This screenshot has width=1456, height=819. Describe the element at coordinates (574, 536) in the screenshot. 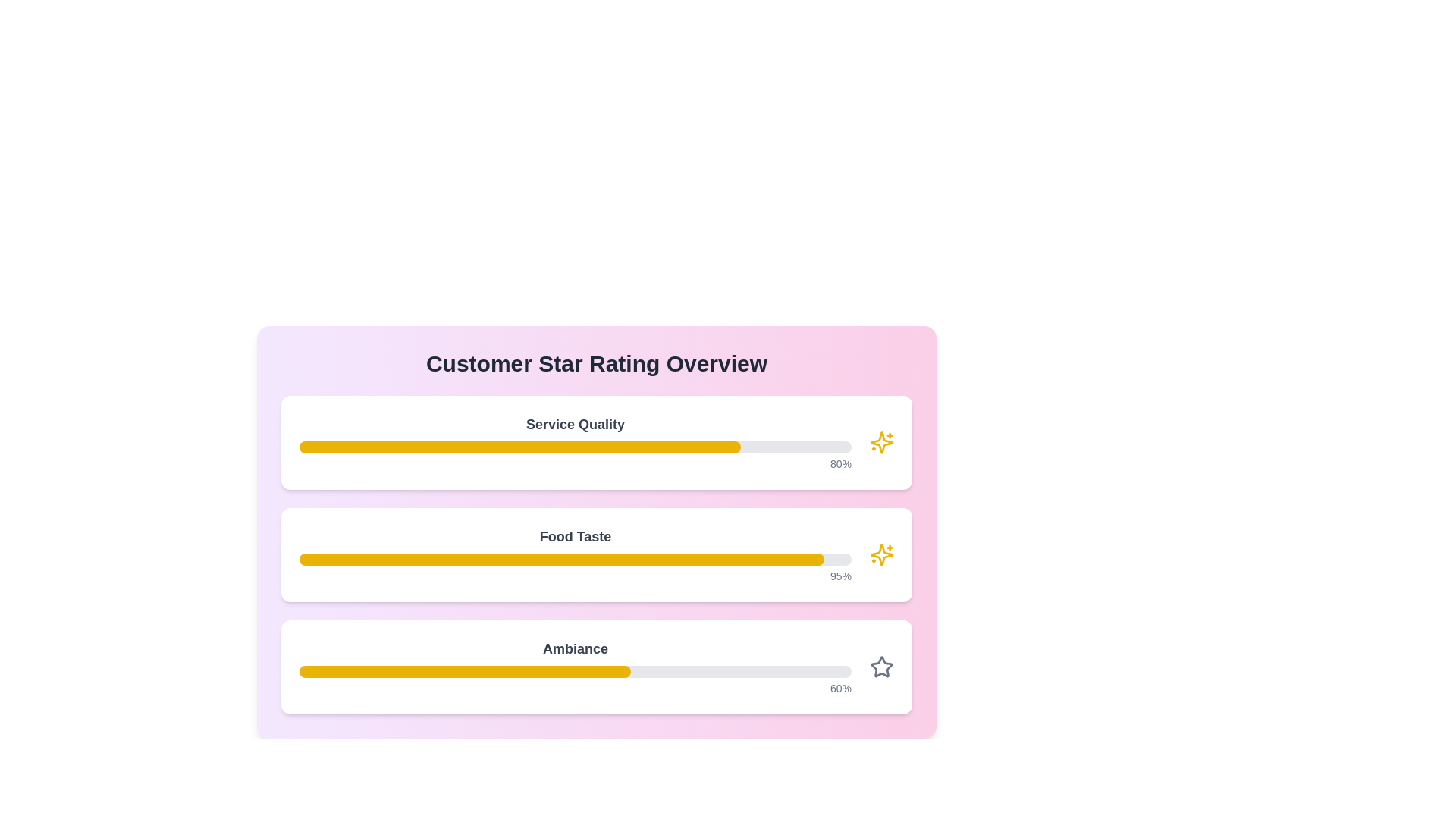

I see `the Text Label that describes the rating category for the associated progress bar, located in the second section of rating items, positioned above the progress bar and below 'Service Quality'` at that location.